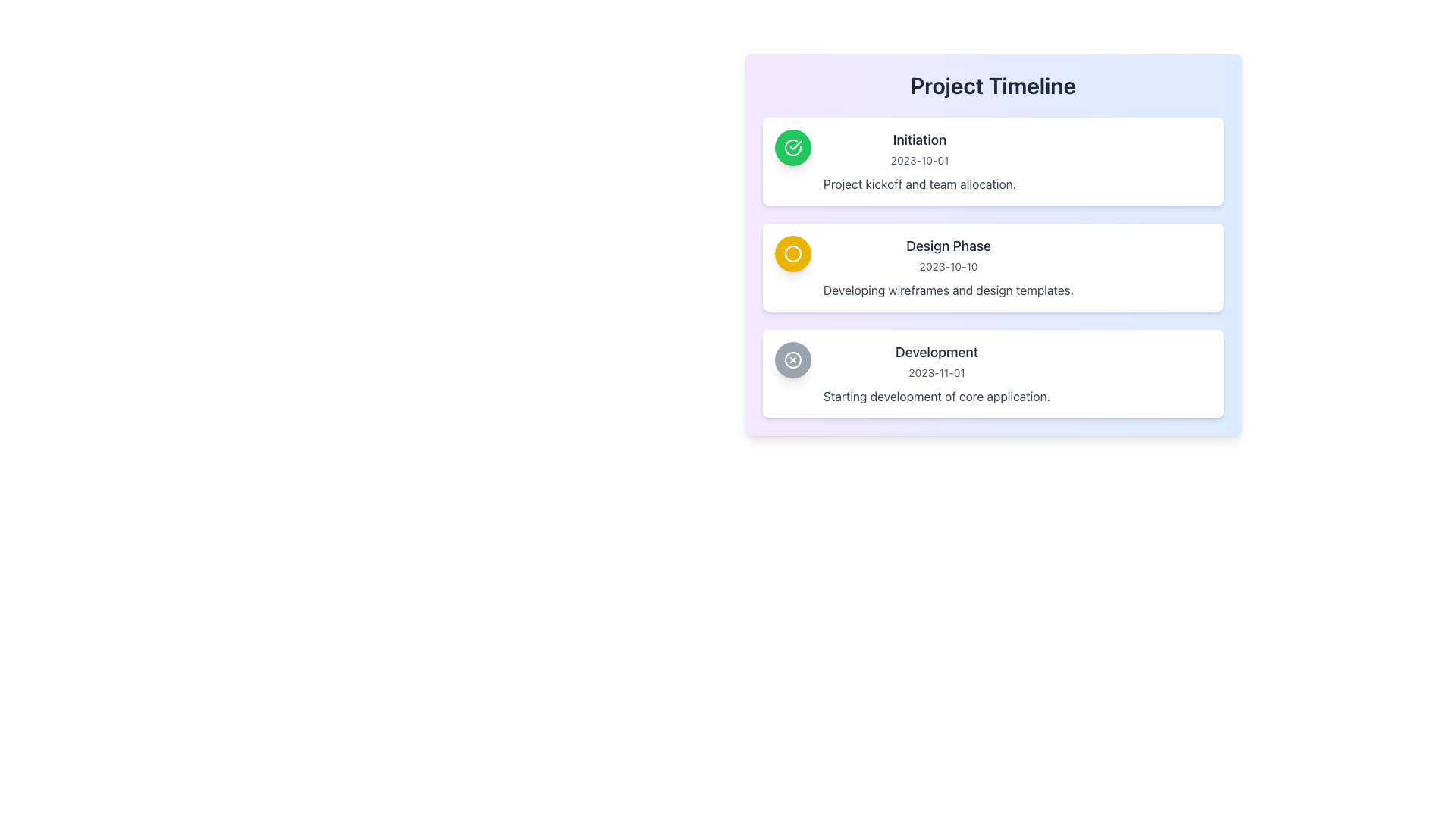 The height and width of the screenshot is (819, 1456). What do you see at coordinates (919, 161) in the screenshot?
I see `title 'Initiation' and description 'Project kickoff and team allocation.' from the textual block located at the top of the list of project phases` at bounding box center [919, 161].